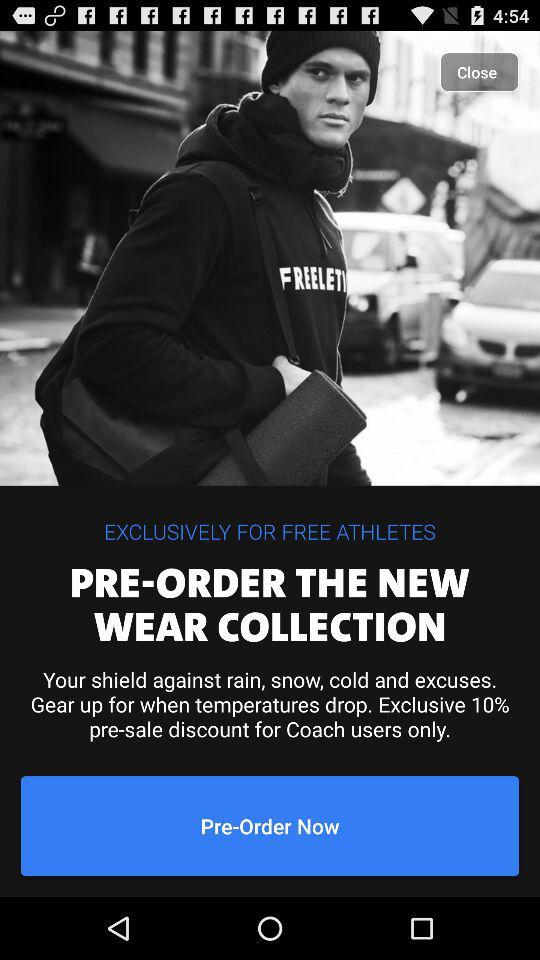 The width and height of the screenshot is (540, 960). What do you see at coordinates (270, 704) in the screenshot?
I see `the your shield against item` at bounding box center [270, 704].